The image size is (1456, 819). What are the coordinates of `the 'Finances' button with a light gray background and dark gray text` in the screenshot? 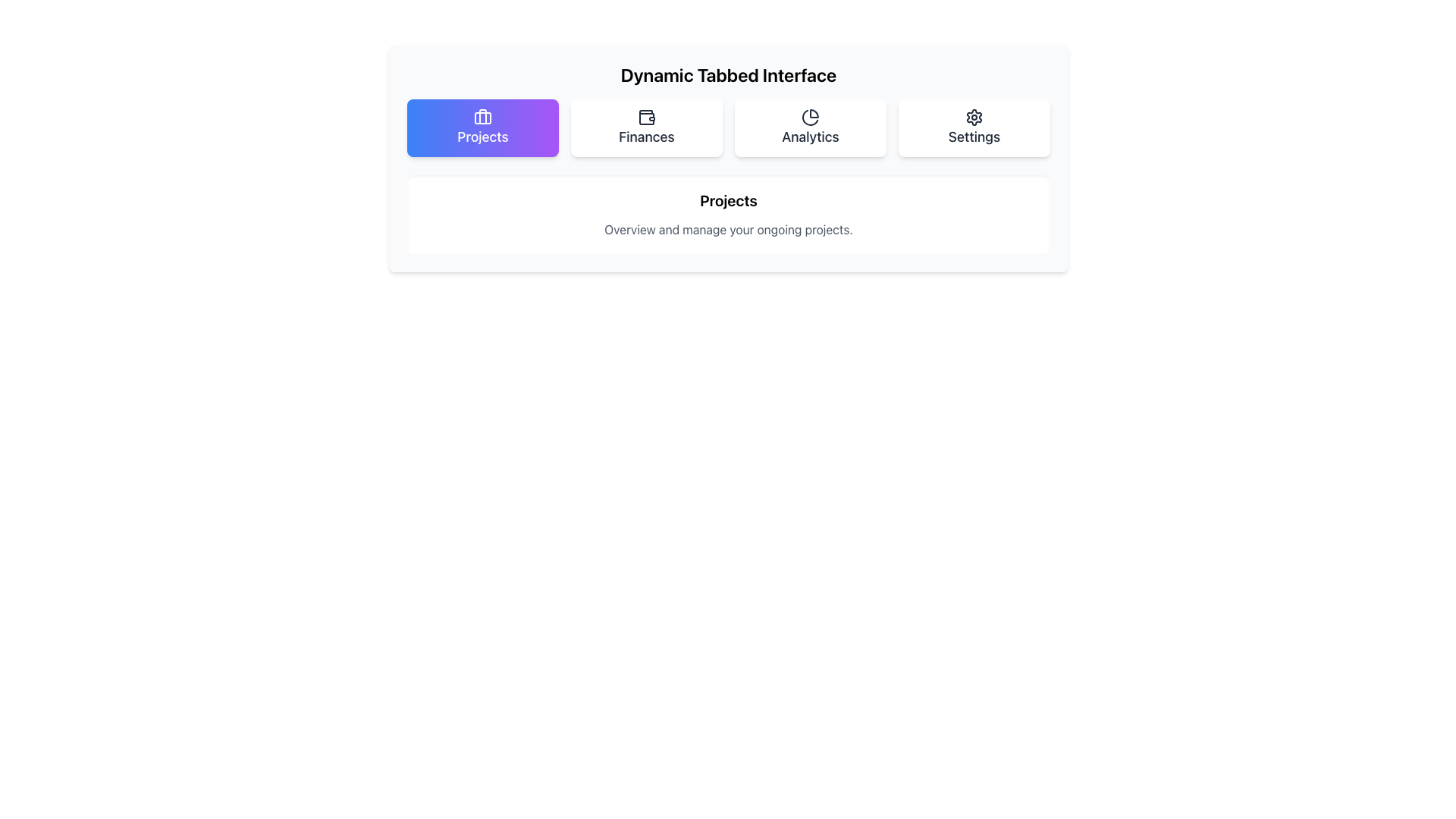 It's located at (647, 127).